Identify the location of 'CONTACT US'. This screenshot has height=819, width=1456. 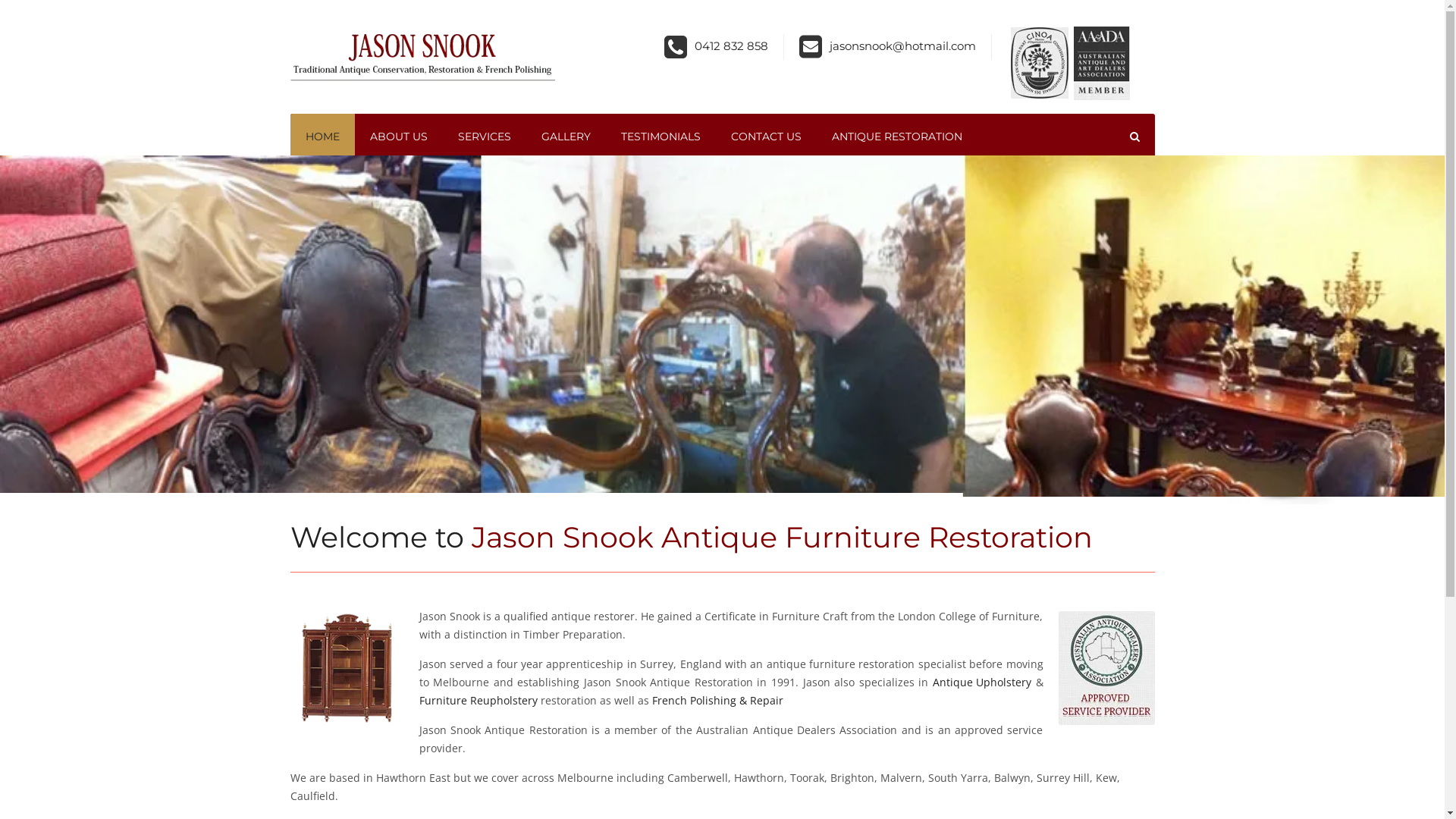
(766, 136).